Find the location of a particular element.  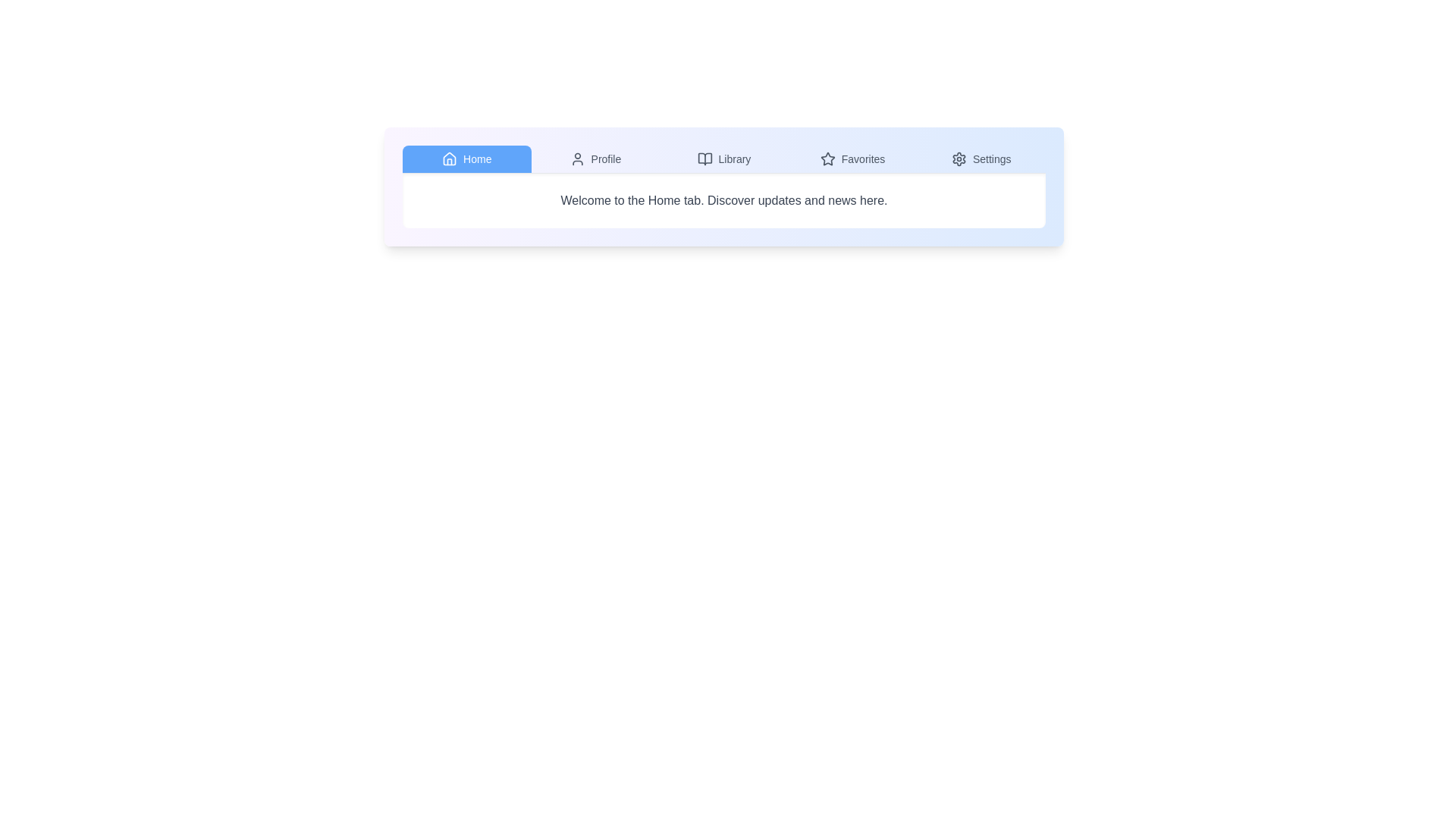

the 'Settings' text label, which is styled in a regular sans-serif font, grayish color, located in the top navigation bar towards the right, next to the settings gear icon is located at coordinates (992, 158).